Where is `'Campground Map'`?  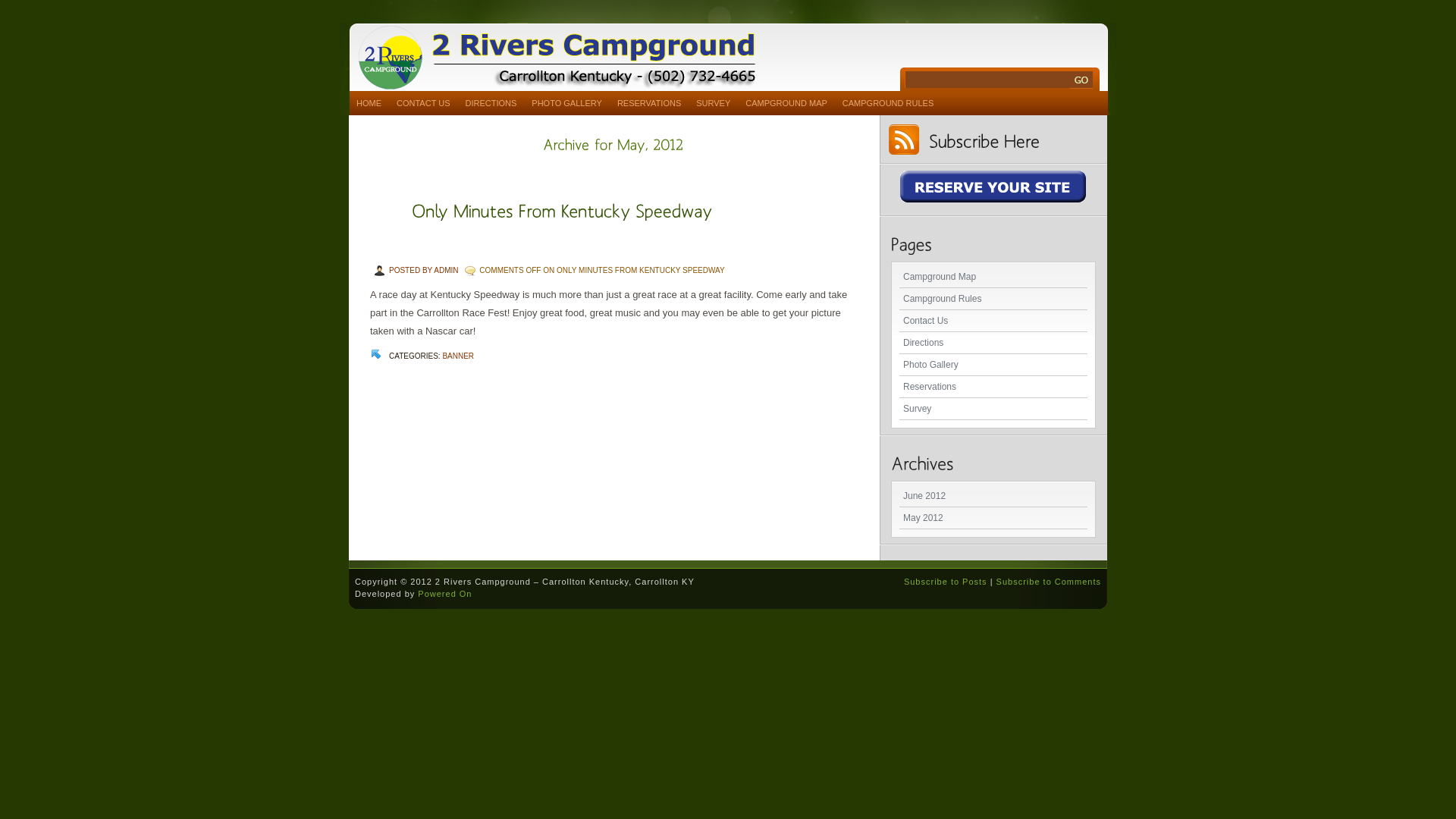
'Campground Map' is located at coordinates (993, 277).